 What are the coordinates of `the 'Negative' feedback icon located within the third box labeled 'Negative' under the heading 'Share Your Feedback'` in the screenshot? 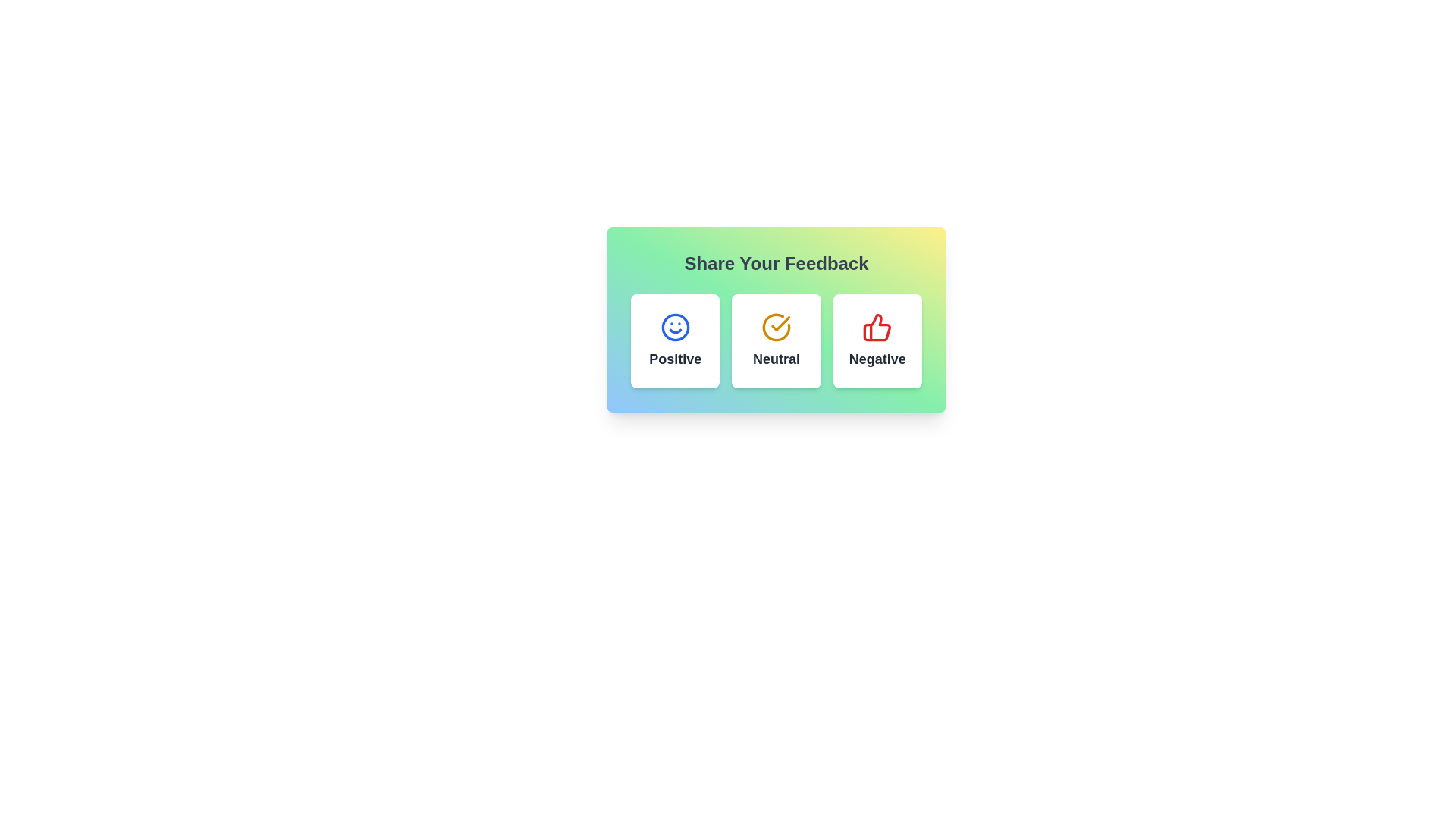 It's located at (877, 327).